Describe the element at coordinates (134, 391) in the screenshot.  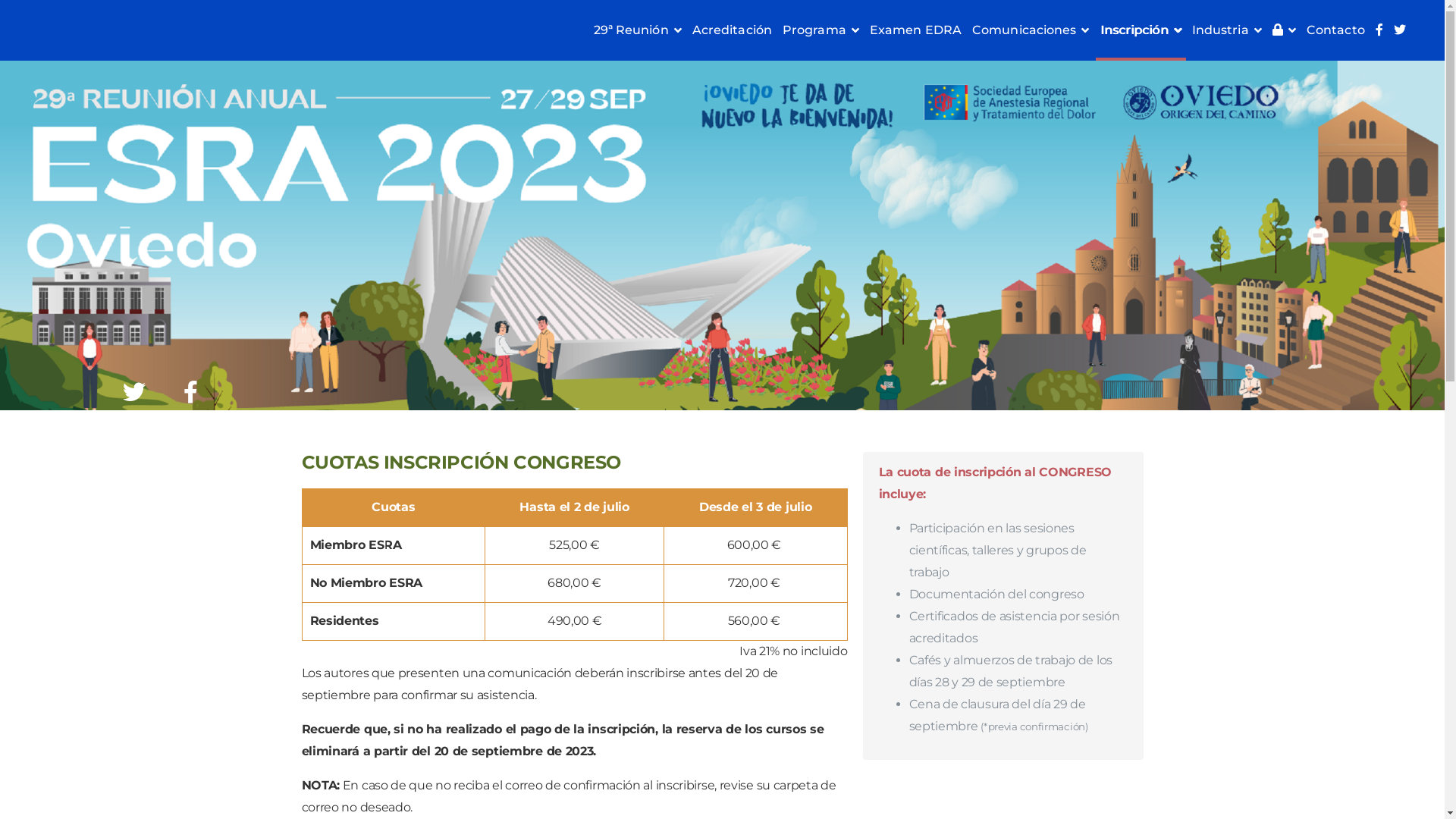
I see `'Icon group item'` at that location.